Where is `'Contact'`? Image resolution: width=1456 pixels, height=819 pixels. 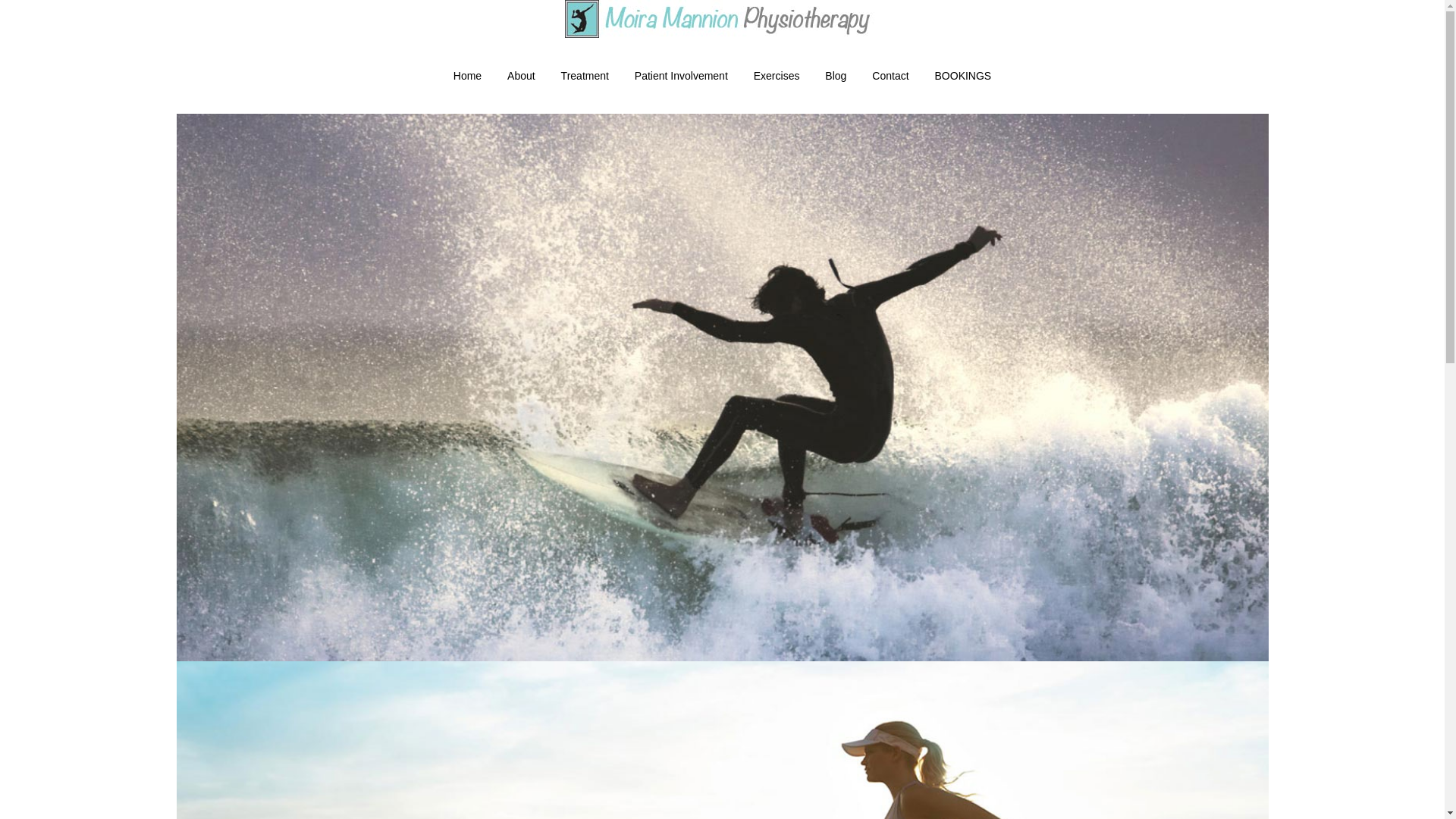 'Contact' is located at coordinates (890, 76).